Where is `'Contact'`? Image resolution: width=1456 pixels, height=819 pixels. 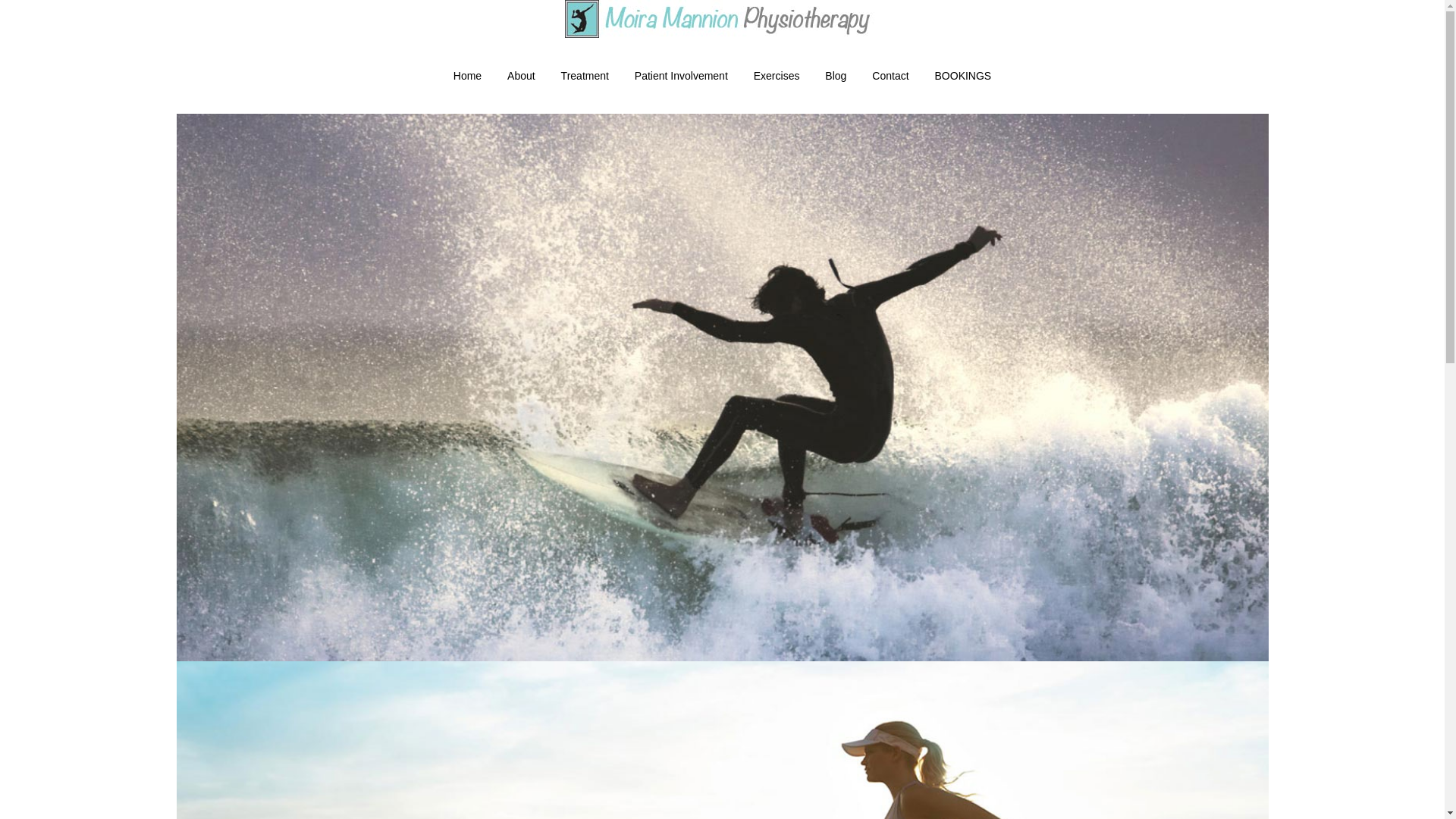 'Contact' is located at coordinates (890, 76).